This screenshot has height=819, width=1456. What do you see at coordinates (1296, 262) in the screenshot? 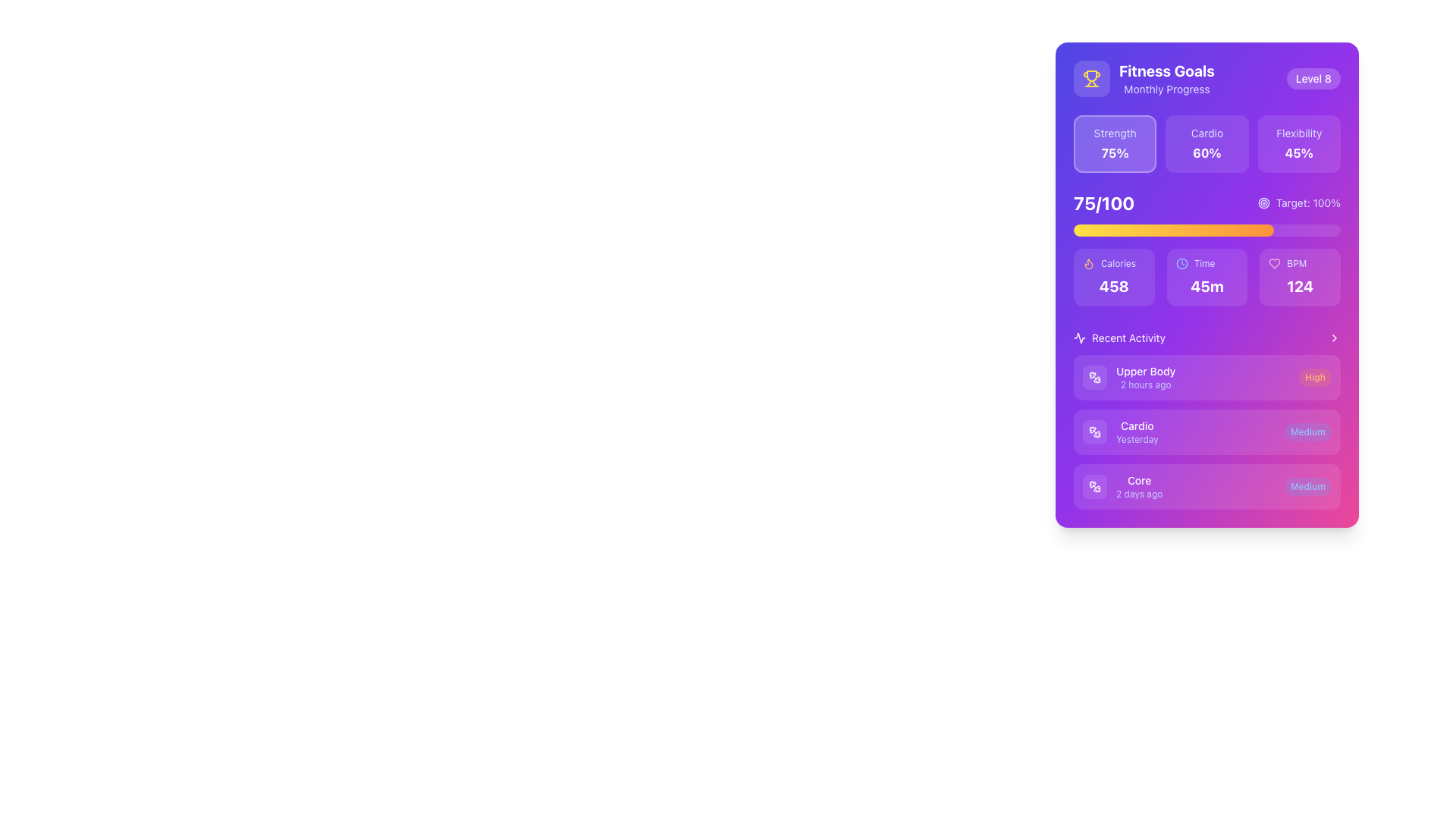
I see `the 'BPM' text label in the metrics section of the fitness goals card, located near the top-right corner and to the right of the pink heart icon` at bounding box center [1296, 262].